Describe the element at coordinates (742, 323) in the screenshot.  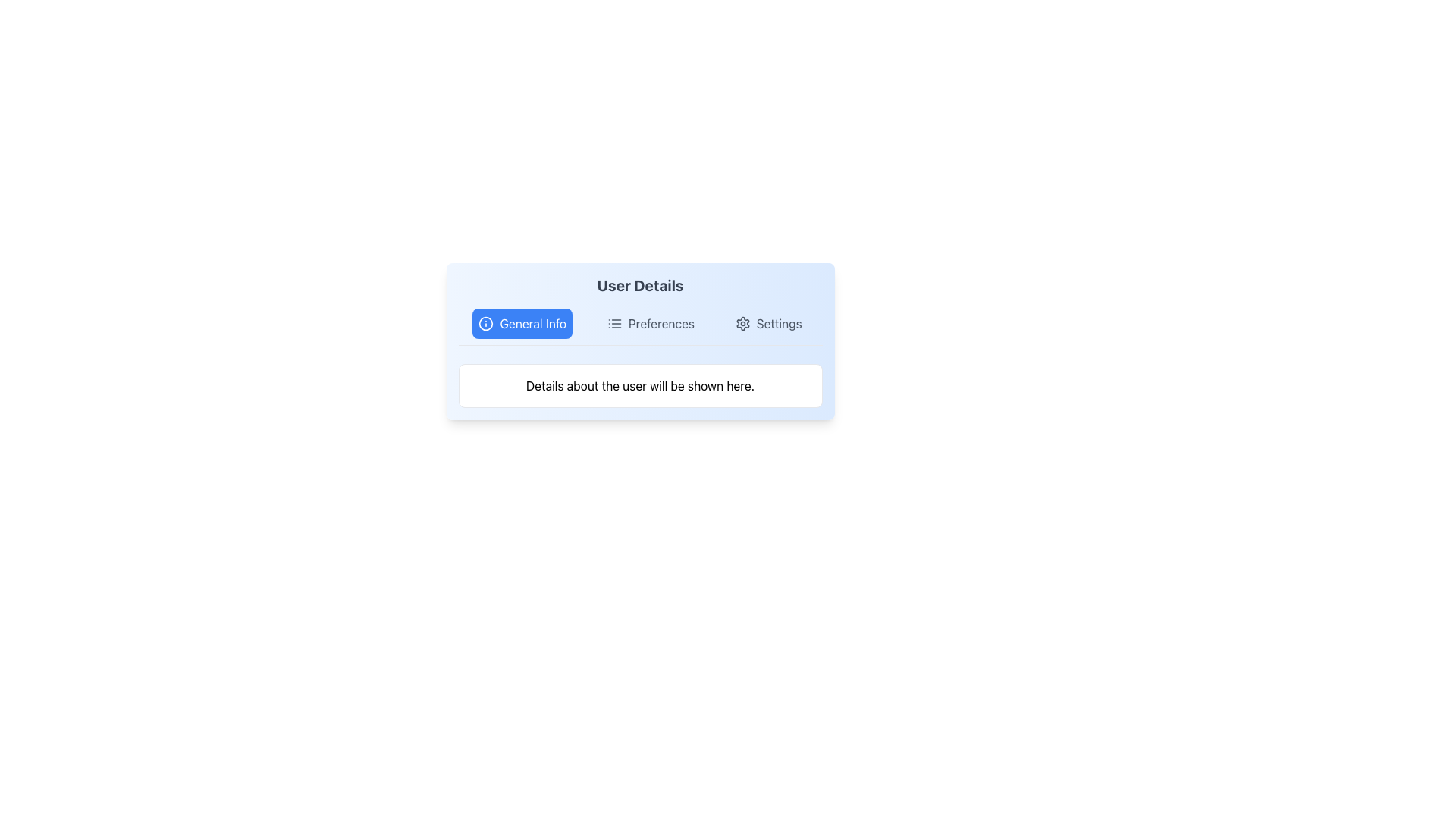
I see `the settings gear icon located on the right side of the navigation bar at the top of the card` at that location.